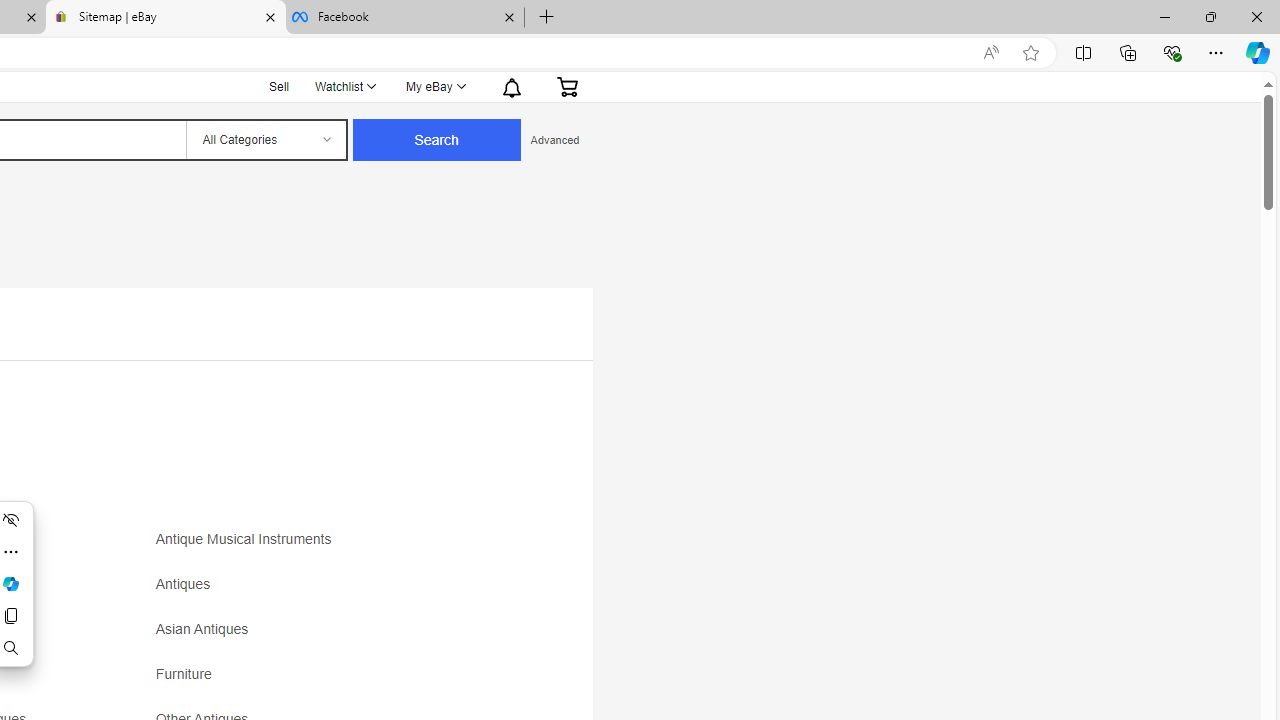 The image size is (1280, 720). I want to click on 'Facebook', so click(403, 17).